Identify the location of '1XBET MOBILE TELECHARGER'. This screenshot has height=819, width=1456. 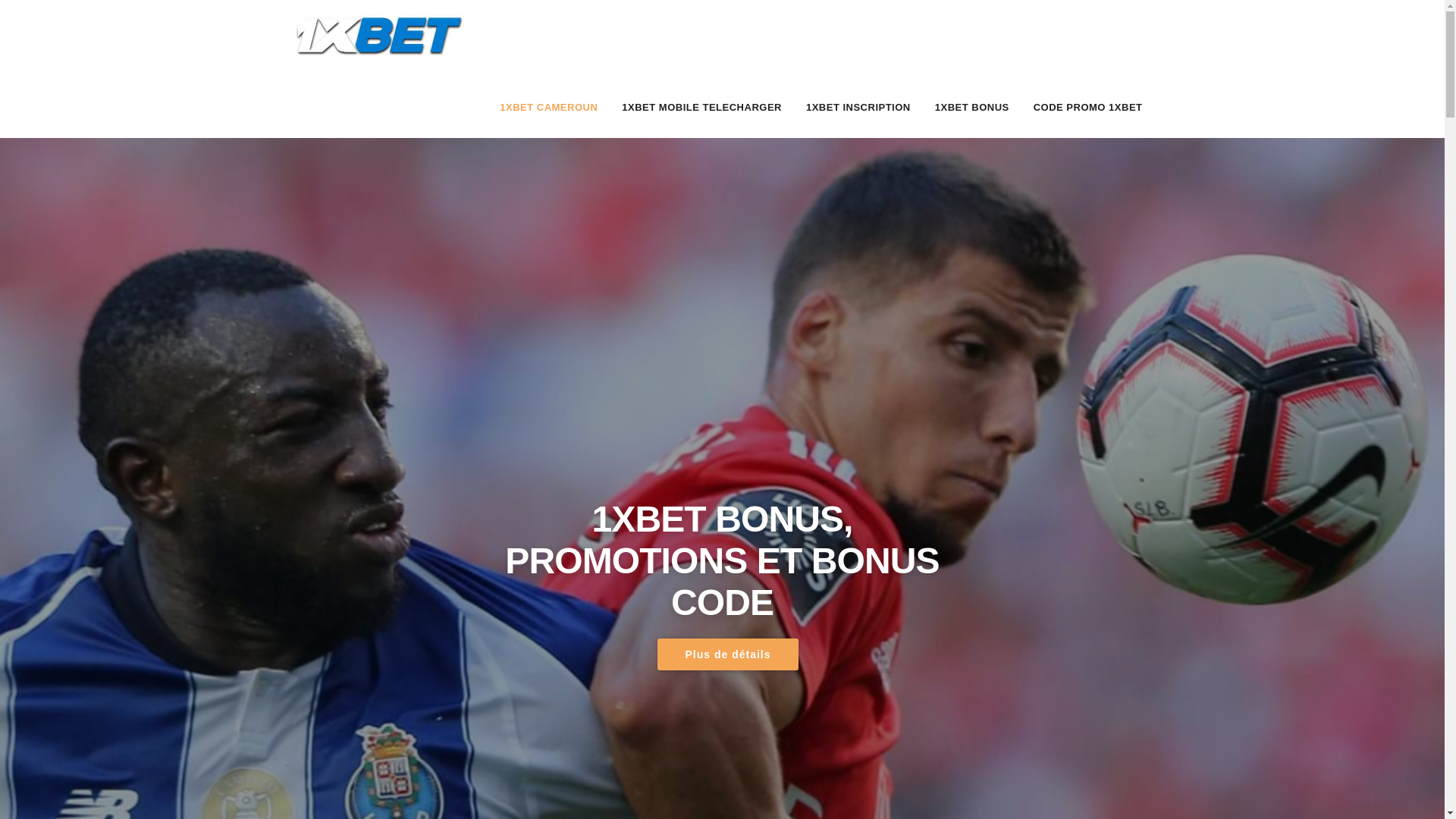
(701, 107).